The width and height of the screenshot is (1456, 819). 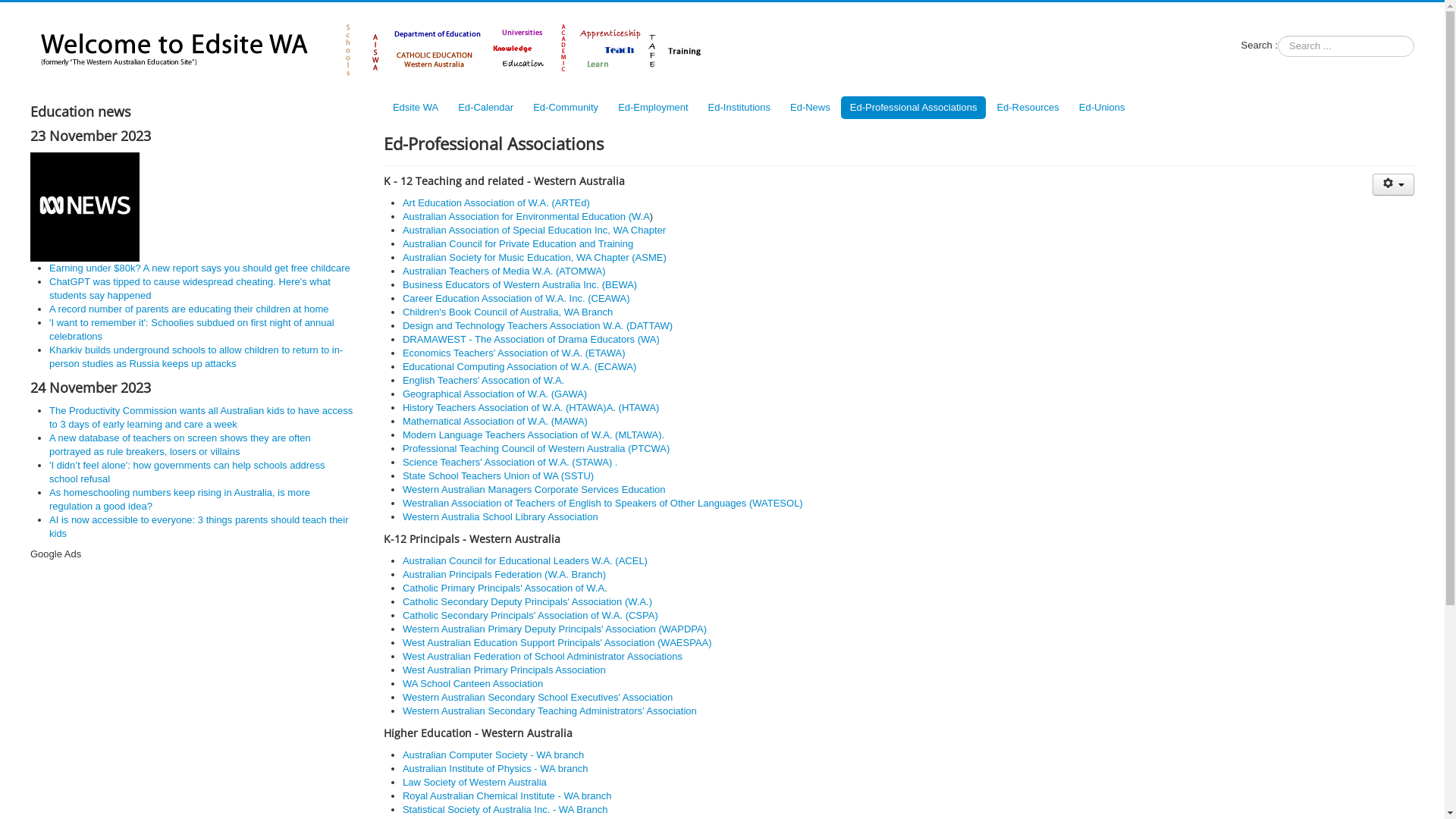 What do you see at coordinates (504, 669) in the screenshot?
I see `'West Australian Primary Principals Association'` at bounding box center [504, 669].